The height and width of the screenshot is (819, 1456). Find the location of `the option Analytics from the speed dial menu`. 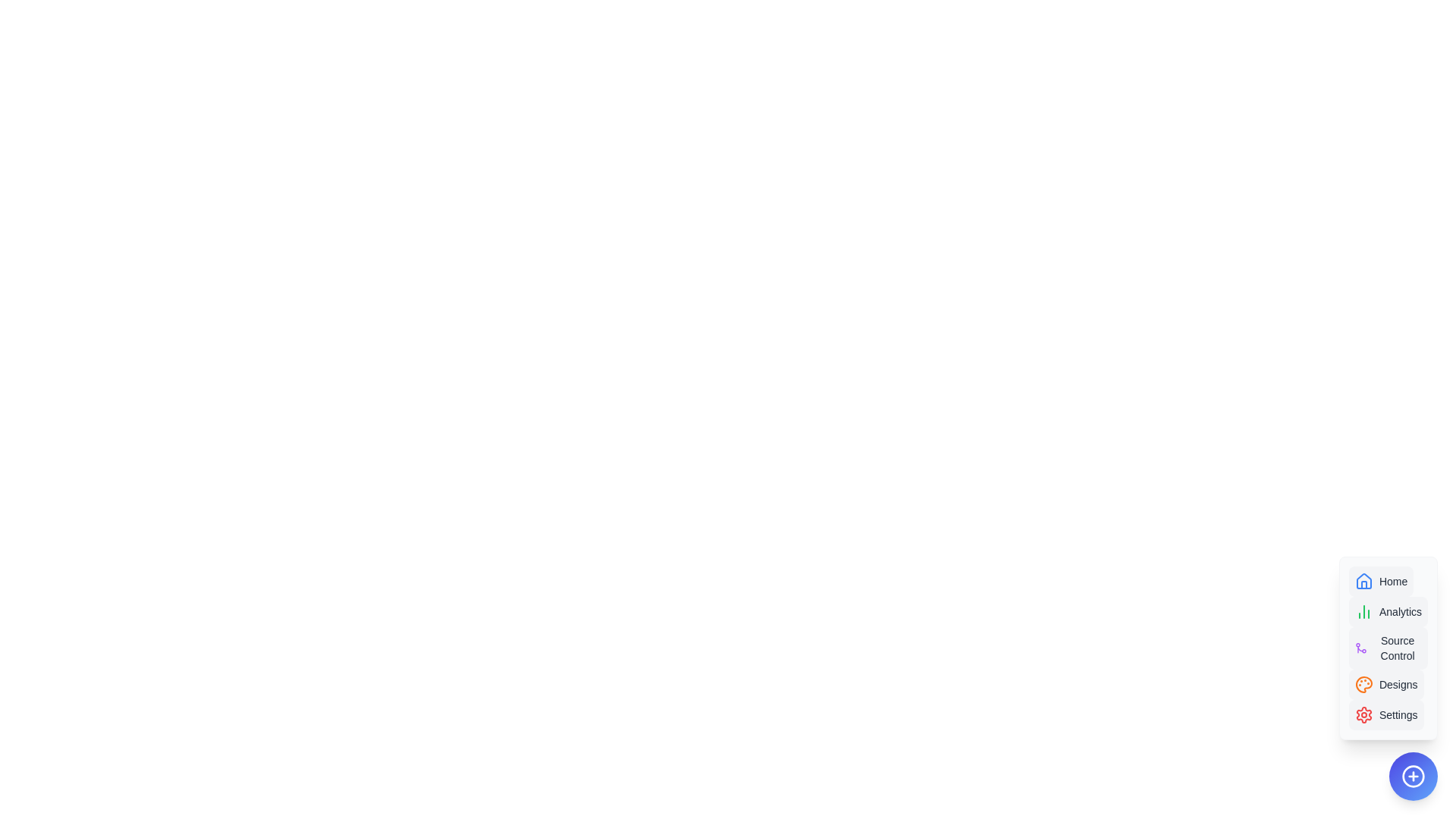

the option Analytics from the speed dial menu is located at coordinates (1388, 610).